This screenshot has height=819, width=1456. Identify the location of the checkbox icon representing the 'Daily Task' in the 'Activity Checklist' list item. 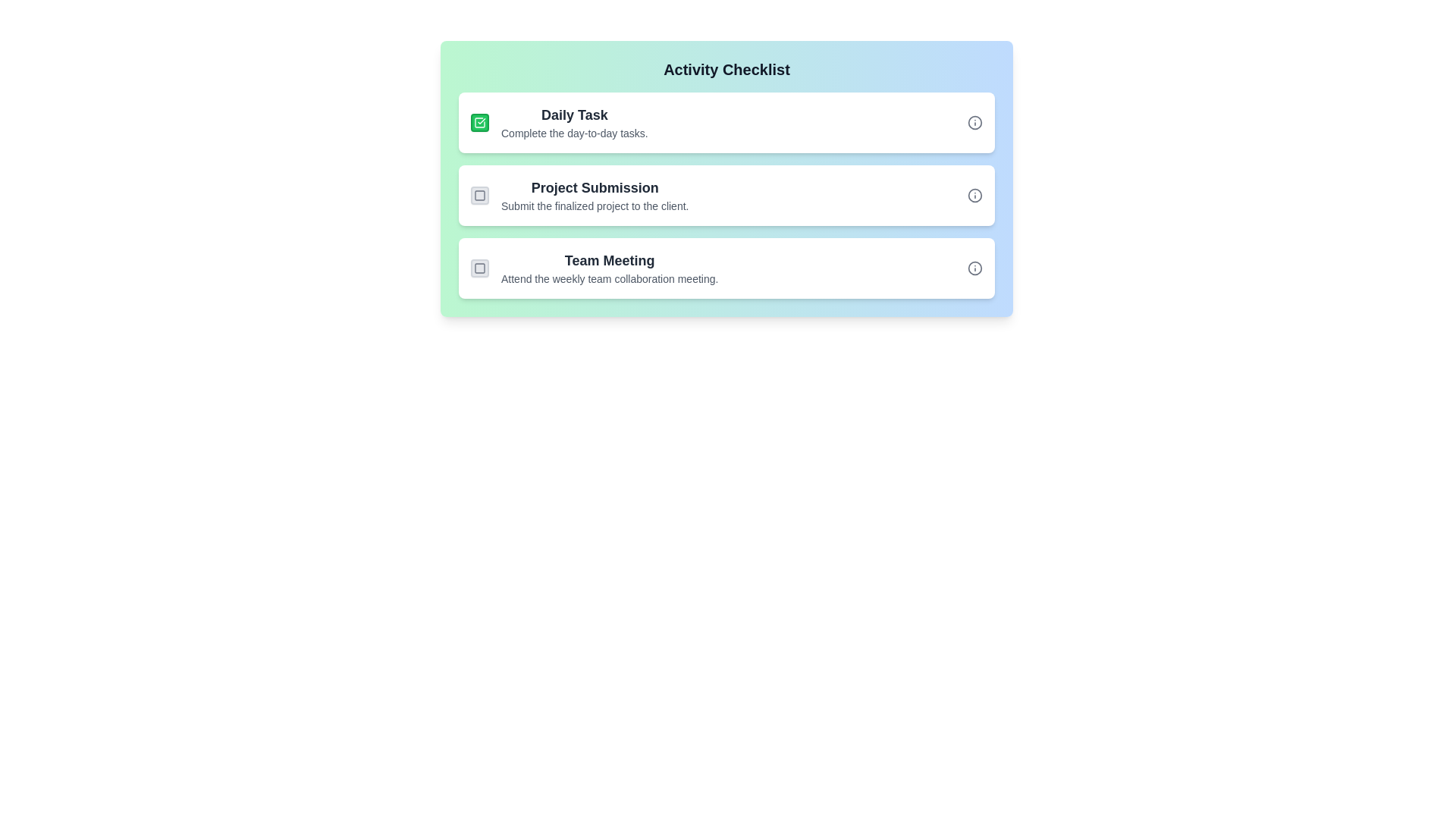
(479, 122).